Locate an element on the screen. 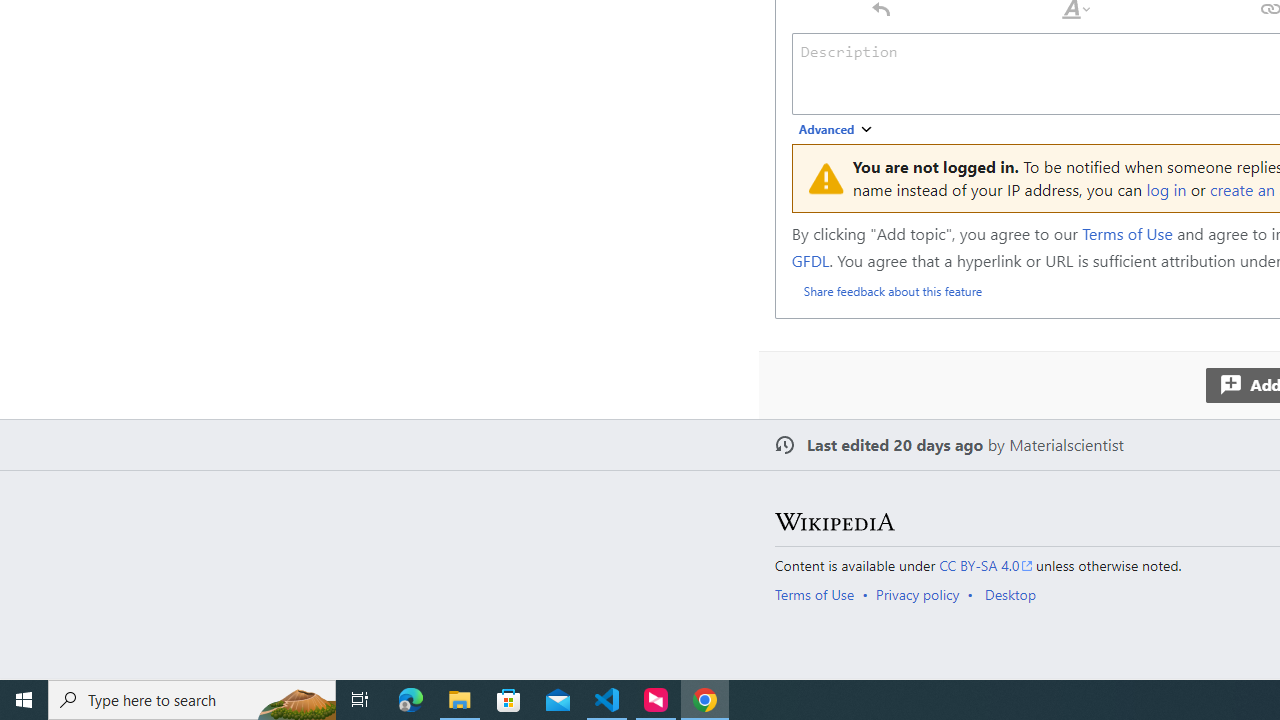 The image size is (1280, 720). 'Desktop' is located at coordinates (1010, 593).